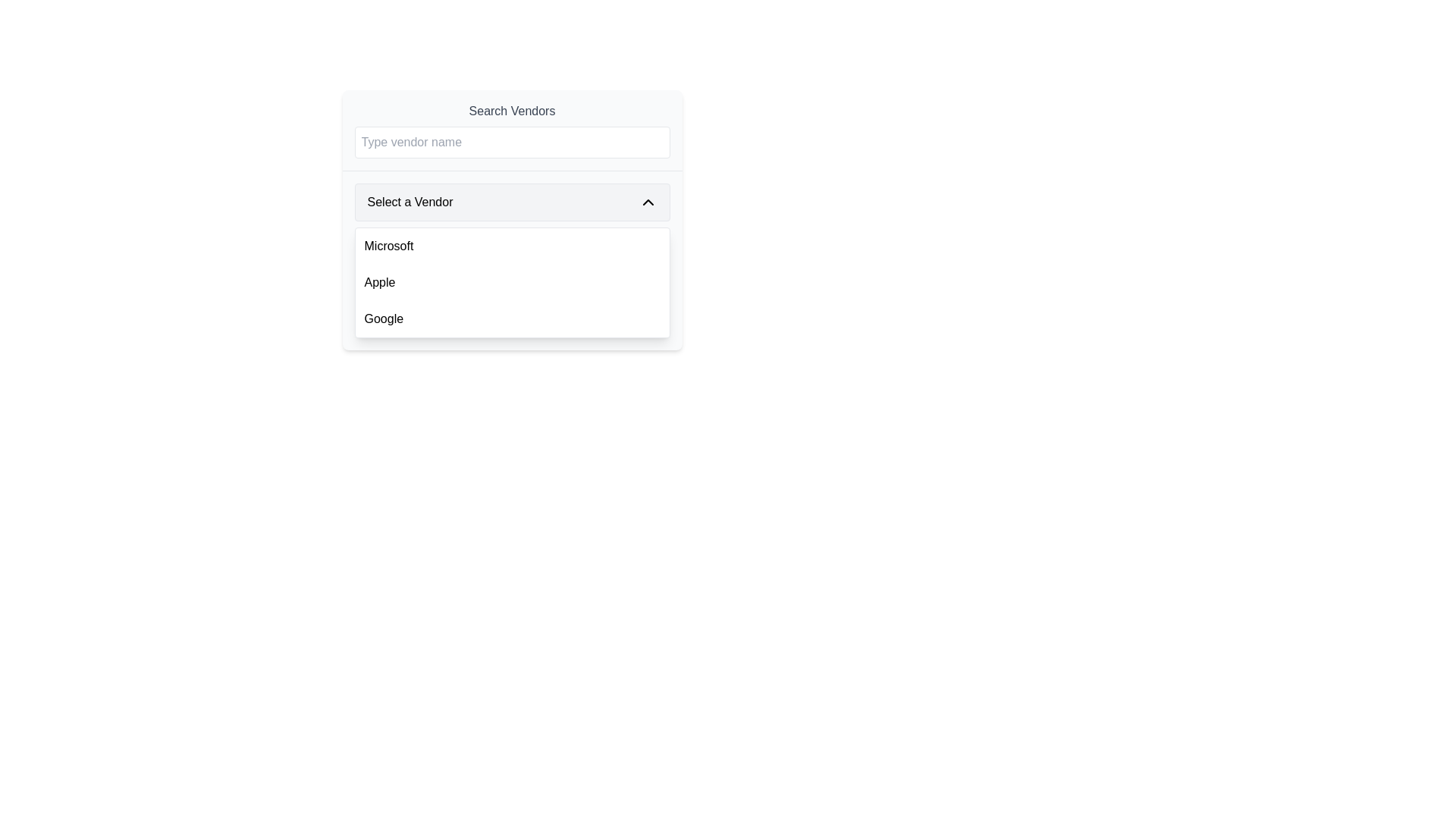  Describe the element at coordinates (512, 201) in the screenshot. I see `the dropdown menu labeled 'Select a Vendor'` at that location.